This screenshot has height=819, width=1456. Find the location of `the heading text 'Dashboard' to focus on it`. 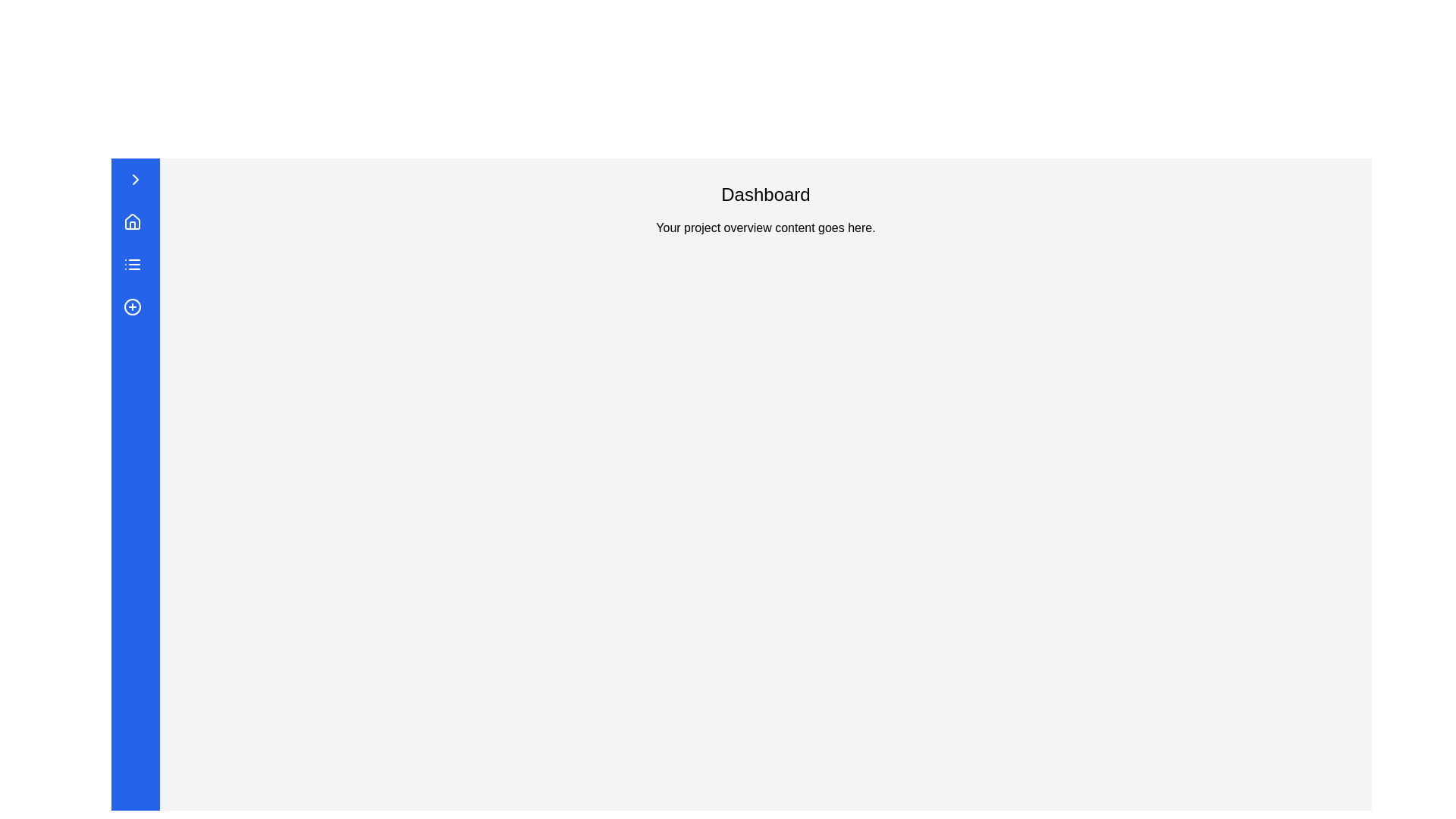

the heading text 'Dashboard' to focus on it is located at coordinates (765, 194).